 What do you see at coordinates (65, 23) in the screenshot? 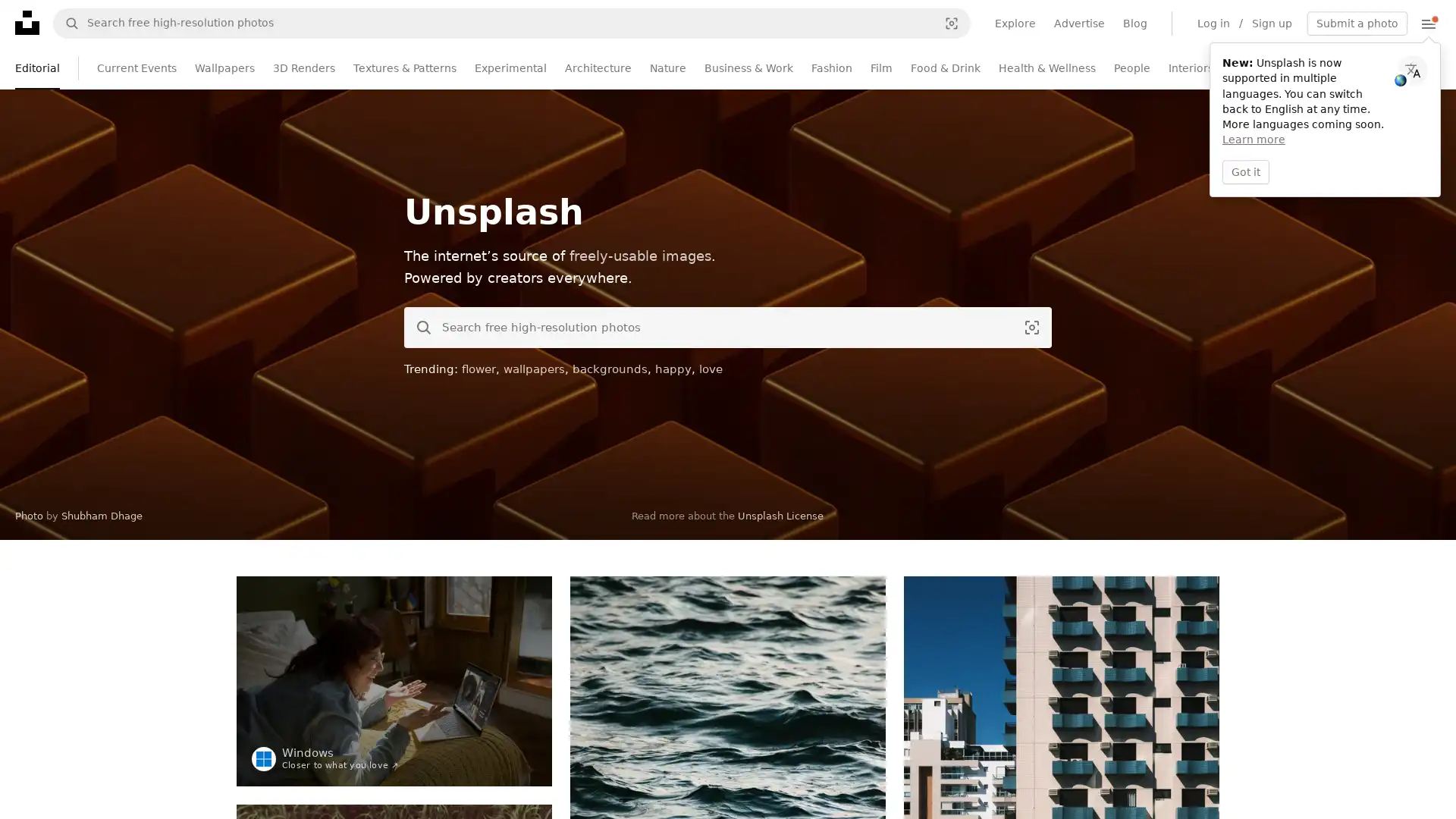
I see `Search Unsplash` at bounding box center [65, 23].